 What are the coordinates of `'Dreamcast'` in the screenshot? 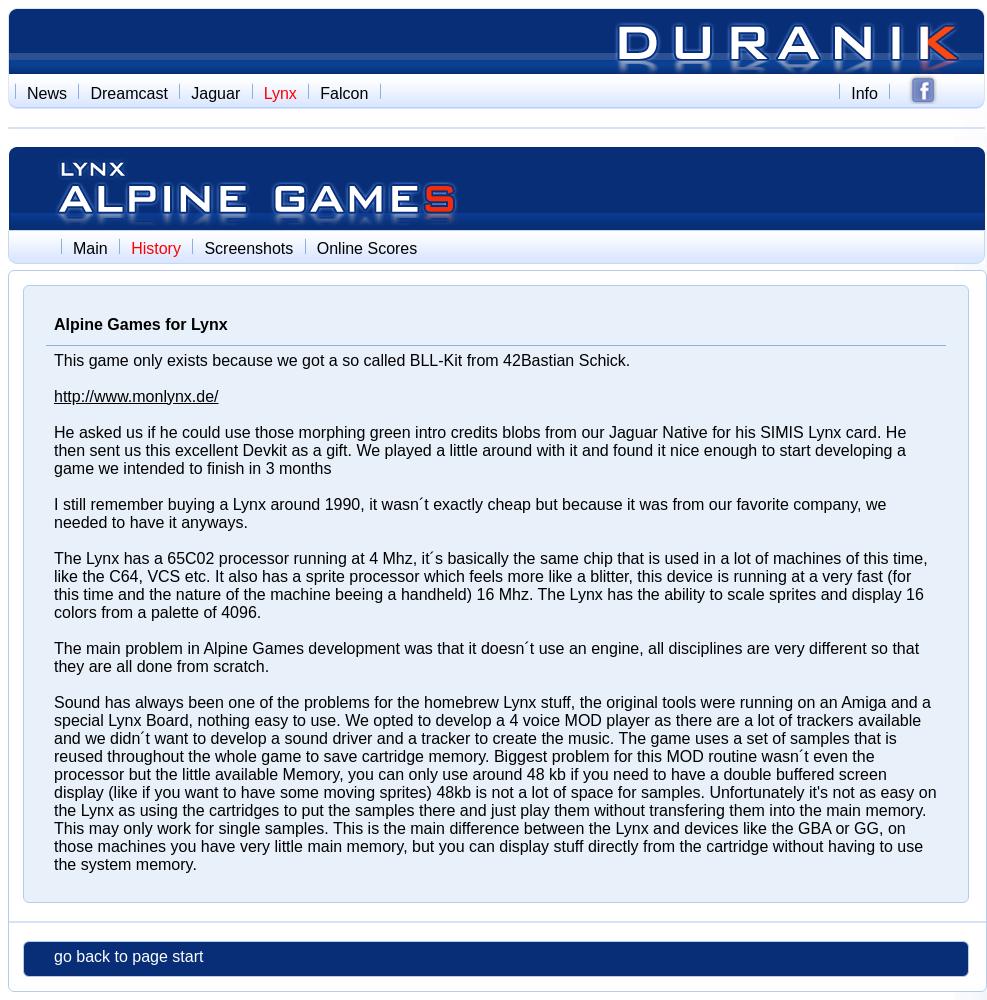 It's located at (128, 91).